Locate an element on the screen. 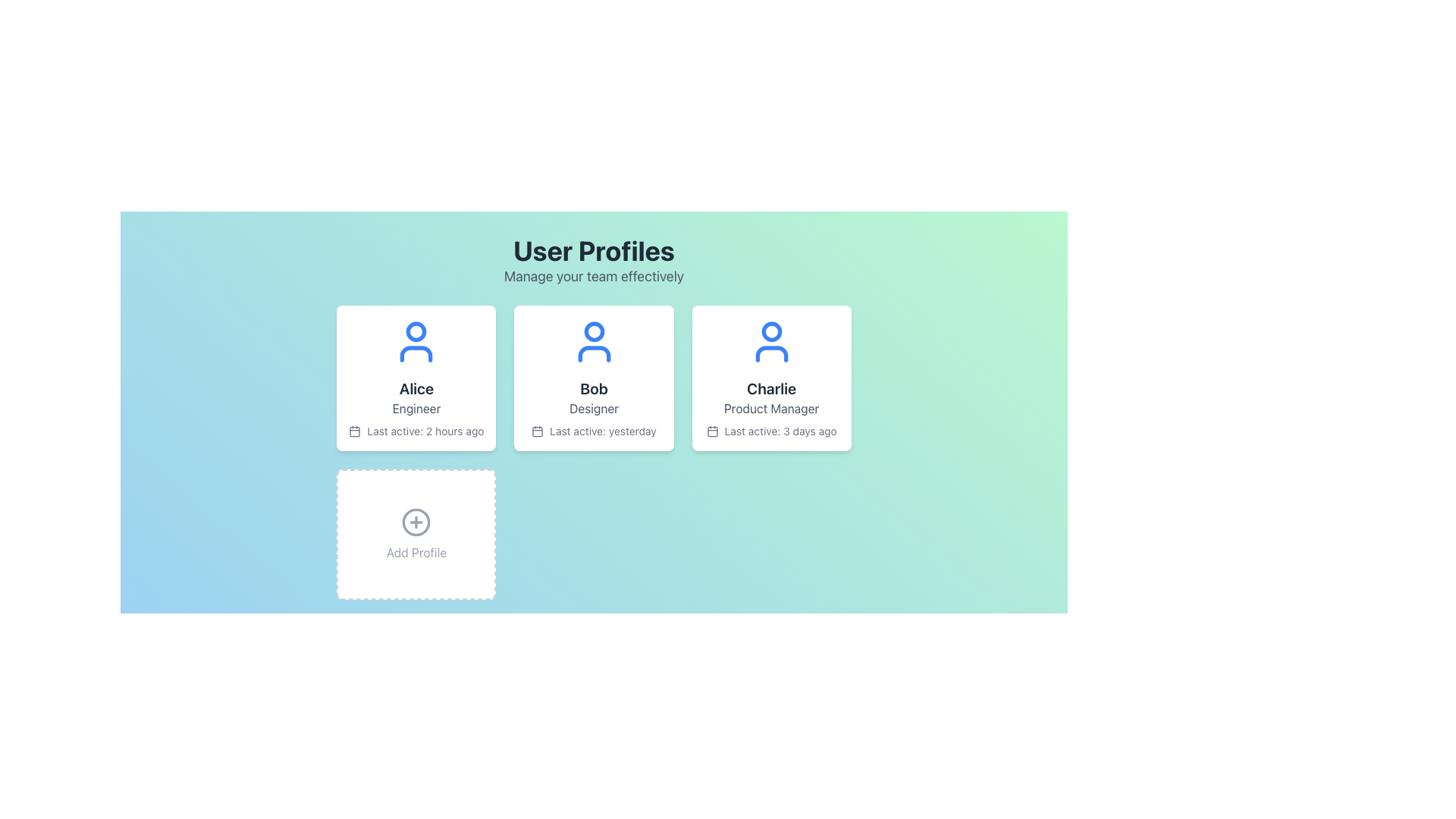 This screenshot has width=1456, height=819. the circular head of the user profile icon for 'Charlie, Product Manager', which is the third icon from the left in the row of user profile cards is located at coordinates (771, 331).